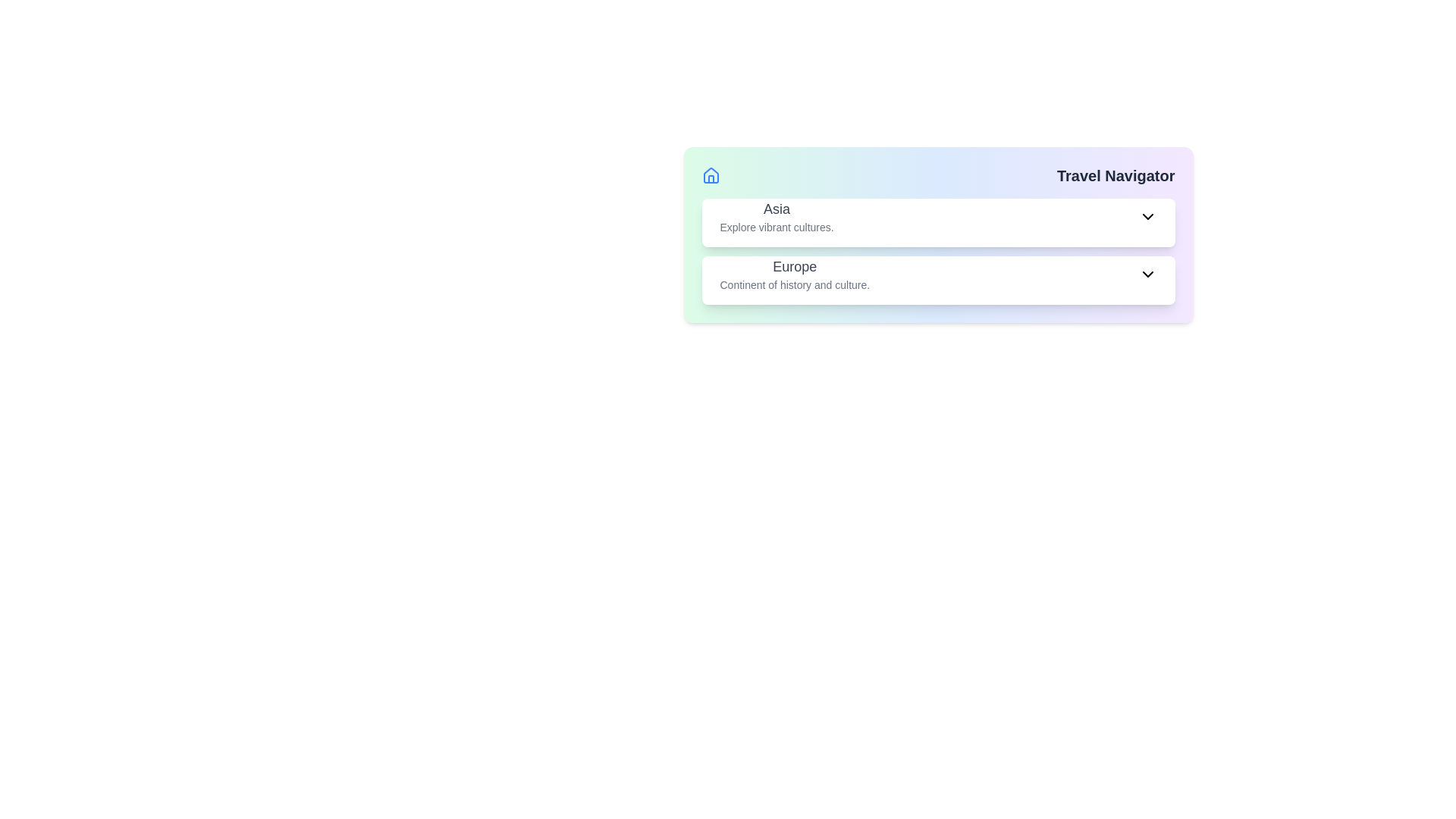 The width and height of the screenshot is (1456, 819). I want to click on the decorative house icon located in the top left corner of the Travel Navigator card, which features a blue outline and is styled with a triangular roof and rectangular base, so click(710, 174).